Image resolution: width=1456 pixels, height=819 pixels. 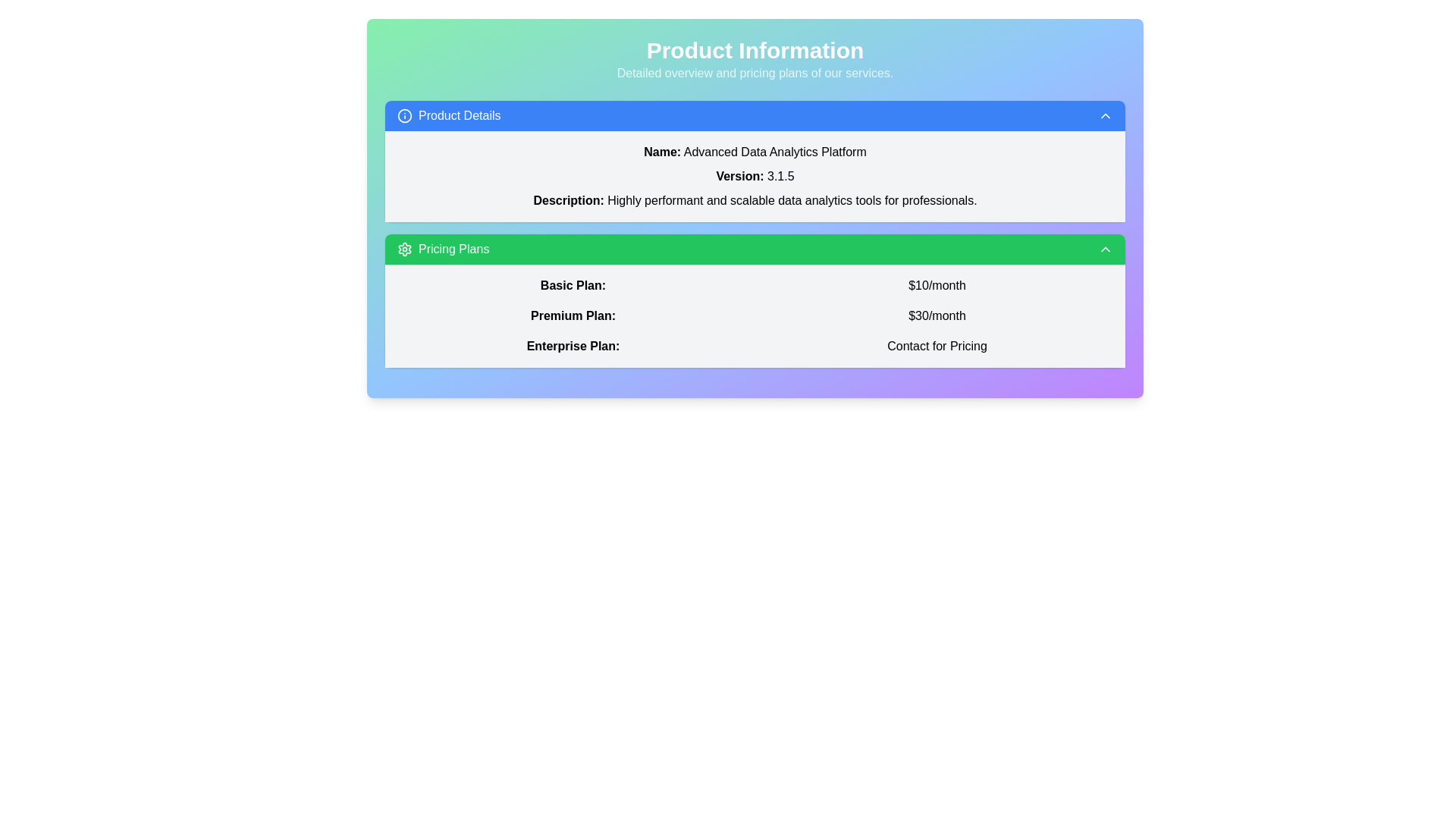 I want to click on the text label in the 'Product Details' section that defines the overview of the product, so click(x=568, y=199).